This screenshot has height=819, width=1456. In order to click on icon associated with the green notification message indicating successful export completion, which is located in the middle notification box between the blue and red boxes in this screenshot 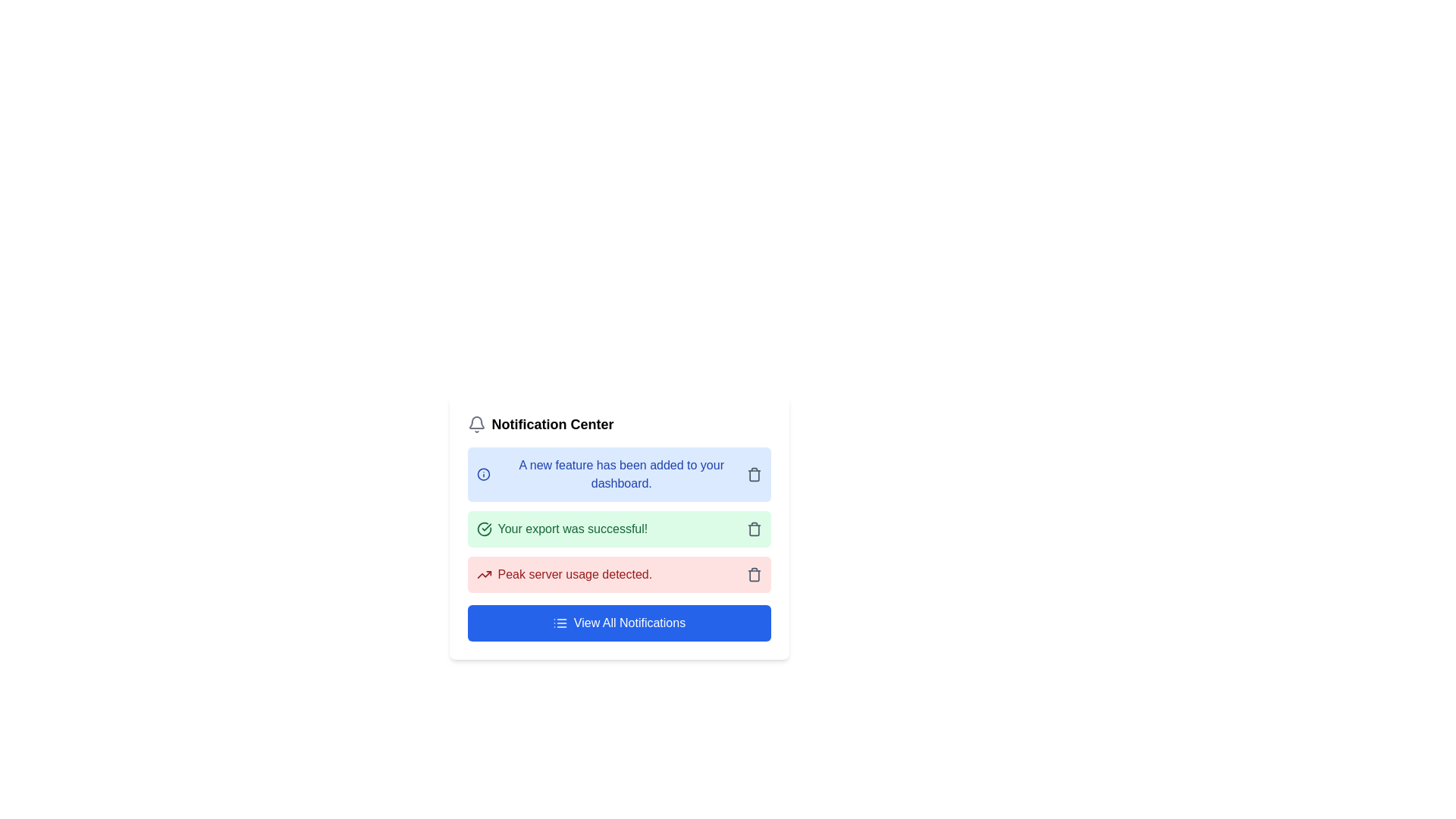, I will do `click(561, 529)`.